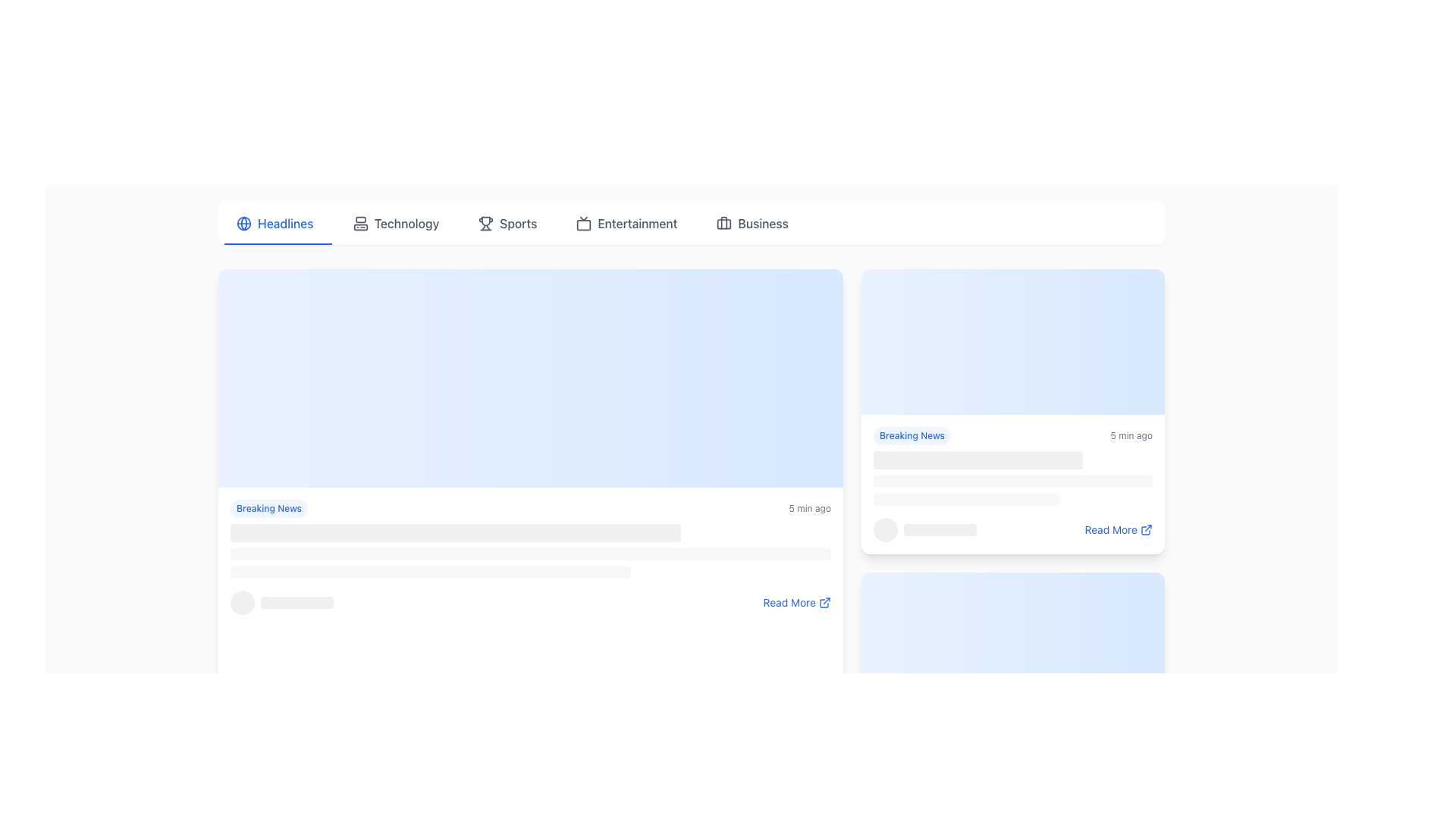 Image resolution: width=1456 pixels, height=819 pixels. I want to click on the breaking news card located in the top-right corner of the layout to navigate, so click(1012, 412).